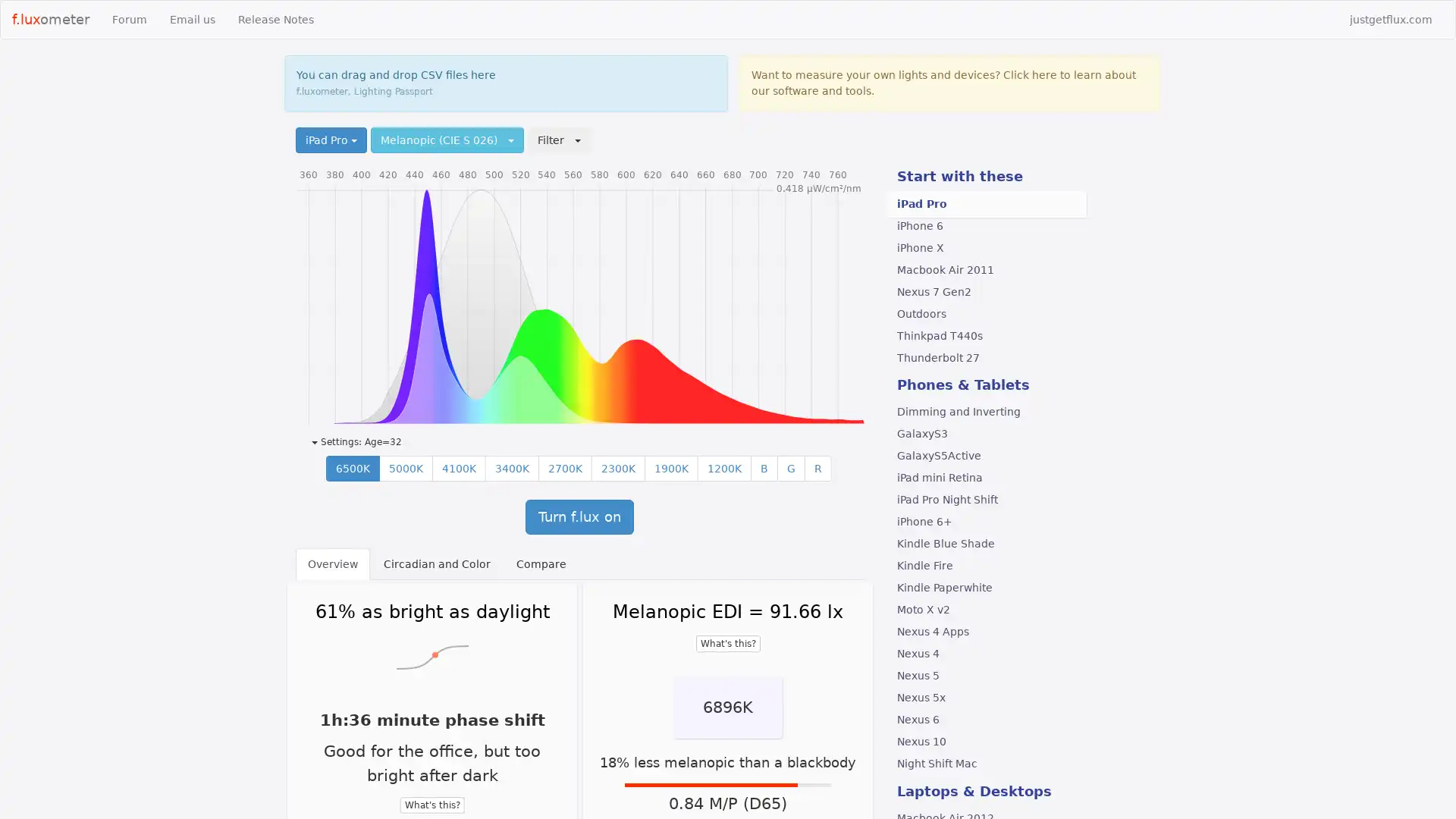  What do you see at coordinates (447, 140) in the screenshot?
I see `Melanopic (CIE S 026)` at bounding box center [447, 140].